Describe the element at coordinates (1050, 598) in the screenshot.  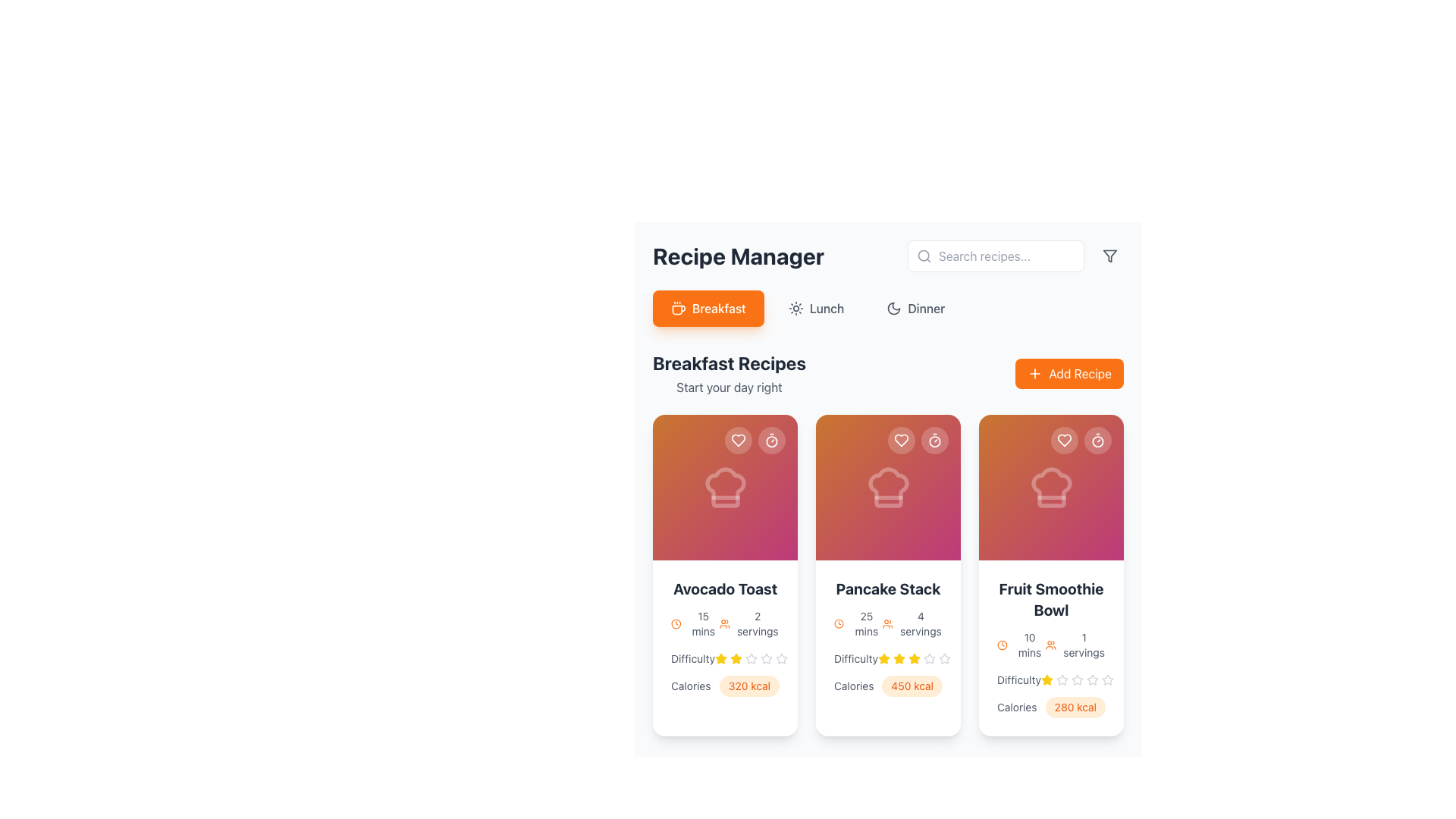
I see `the text label displaying 'Fruit Smoothie Bowl'` at that location.